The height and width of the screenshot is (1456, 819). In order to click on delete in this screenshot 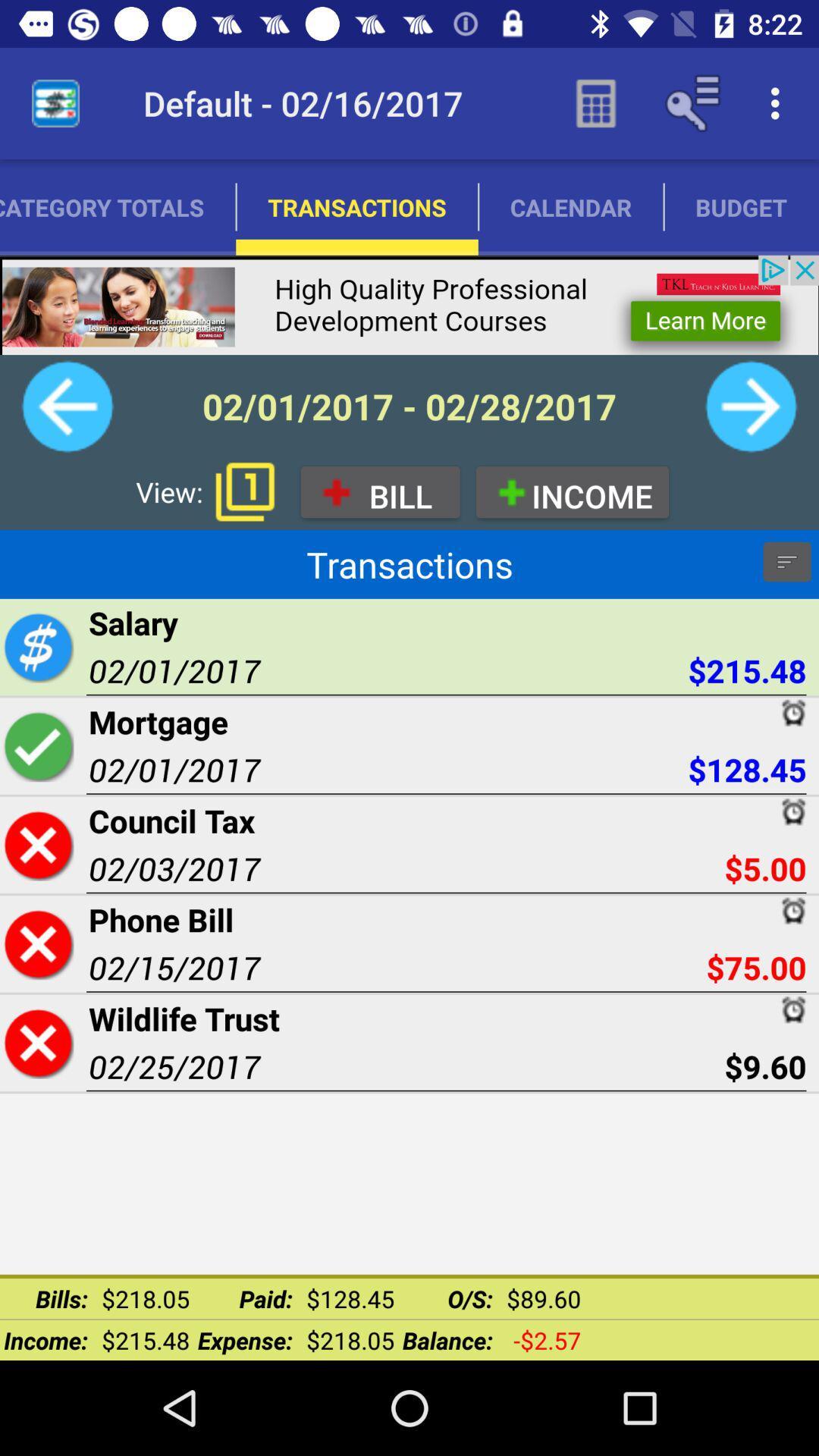, I will do `click(37, 1042)`.